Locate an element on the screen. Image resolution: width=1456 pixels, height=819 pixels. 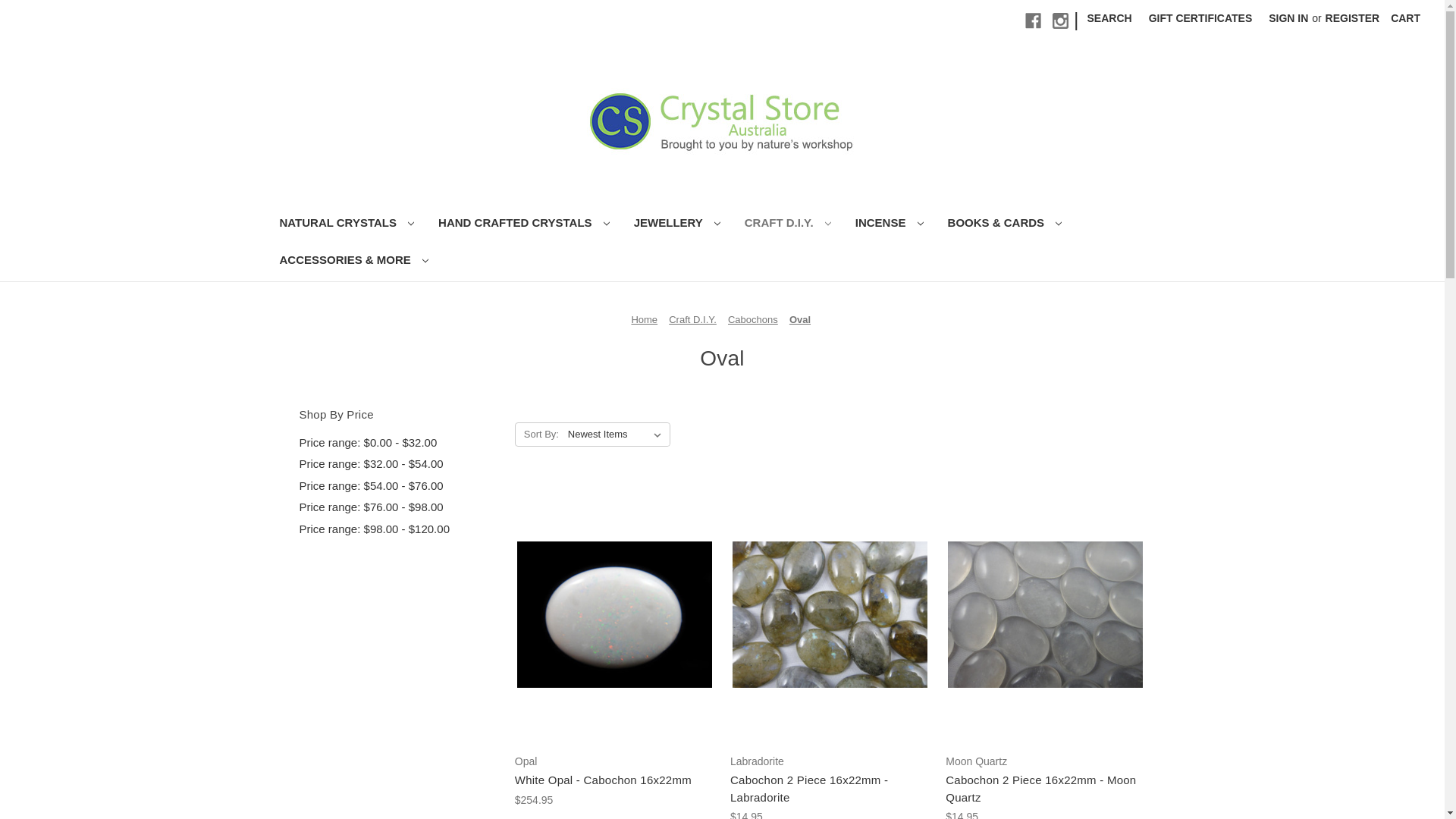
'Instagram' is located at coordinates (1059, 20).